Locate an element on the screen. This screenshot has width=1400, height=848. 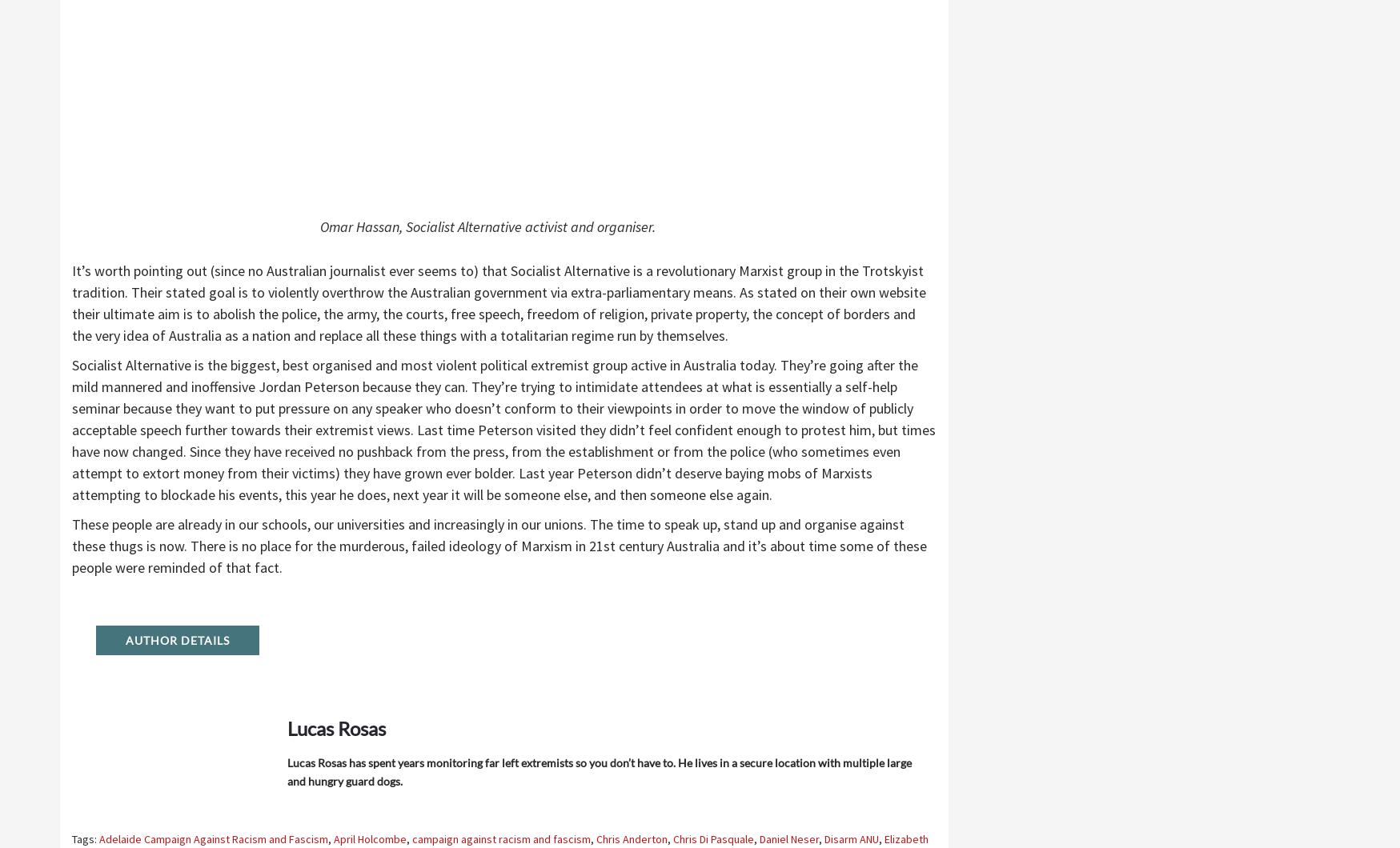
'Disarm ANU' is located at coordinates (851, 838).